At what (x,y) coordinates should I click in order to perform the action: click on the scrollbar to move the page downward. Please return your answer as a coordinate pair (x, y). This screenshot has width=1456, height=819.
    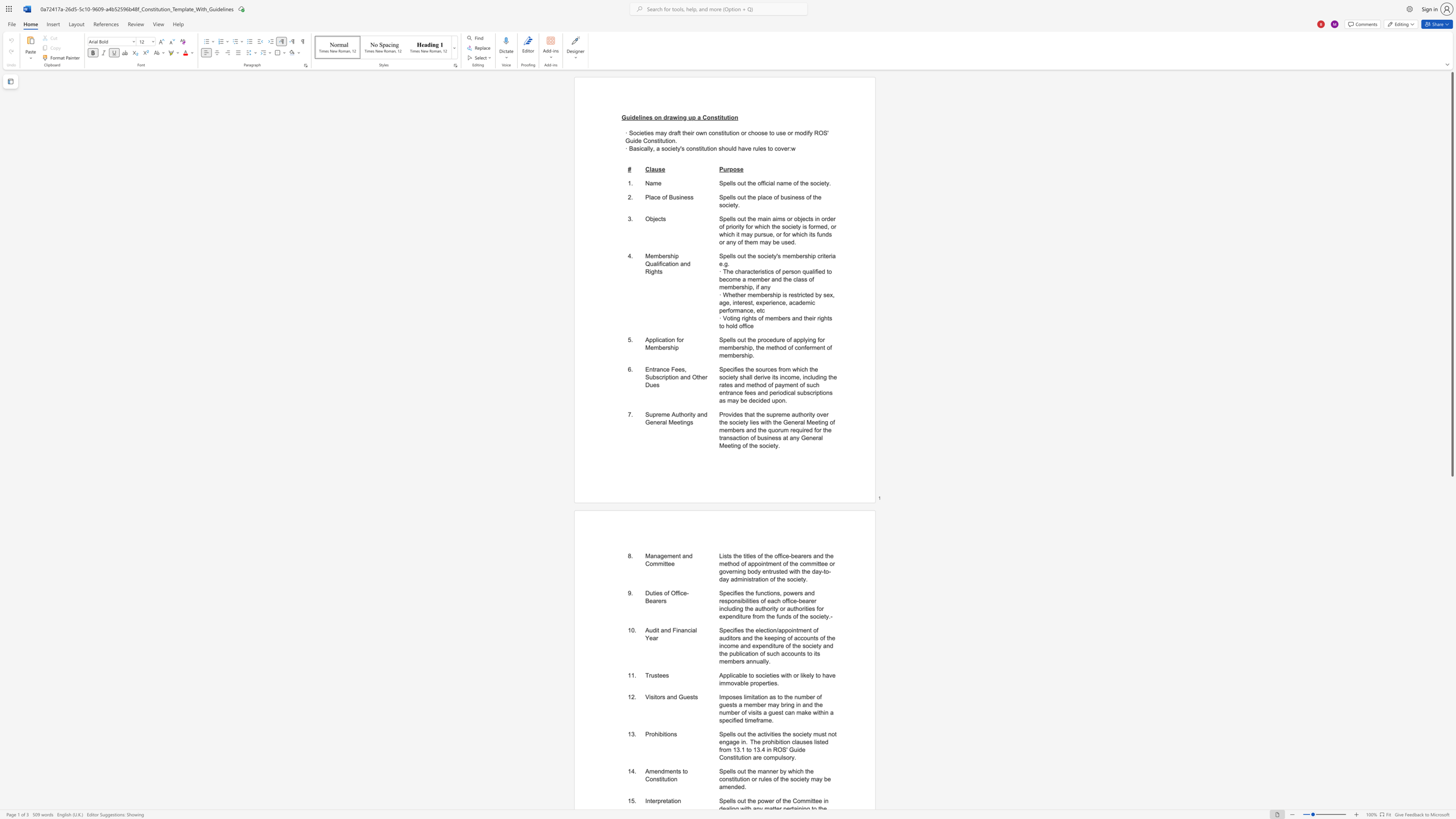
    Looking at the image, I should click on (1451, 587).